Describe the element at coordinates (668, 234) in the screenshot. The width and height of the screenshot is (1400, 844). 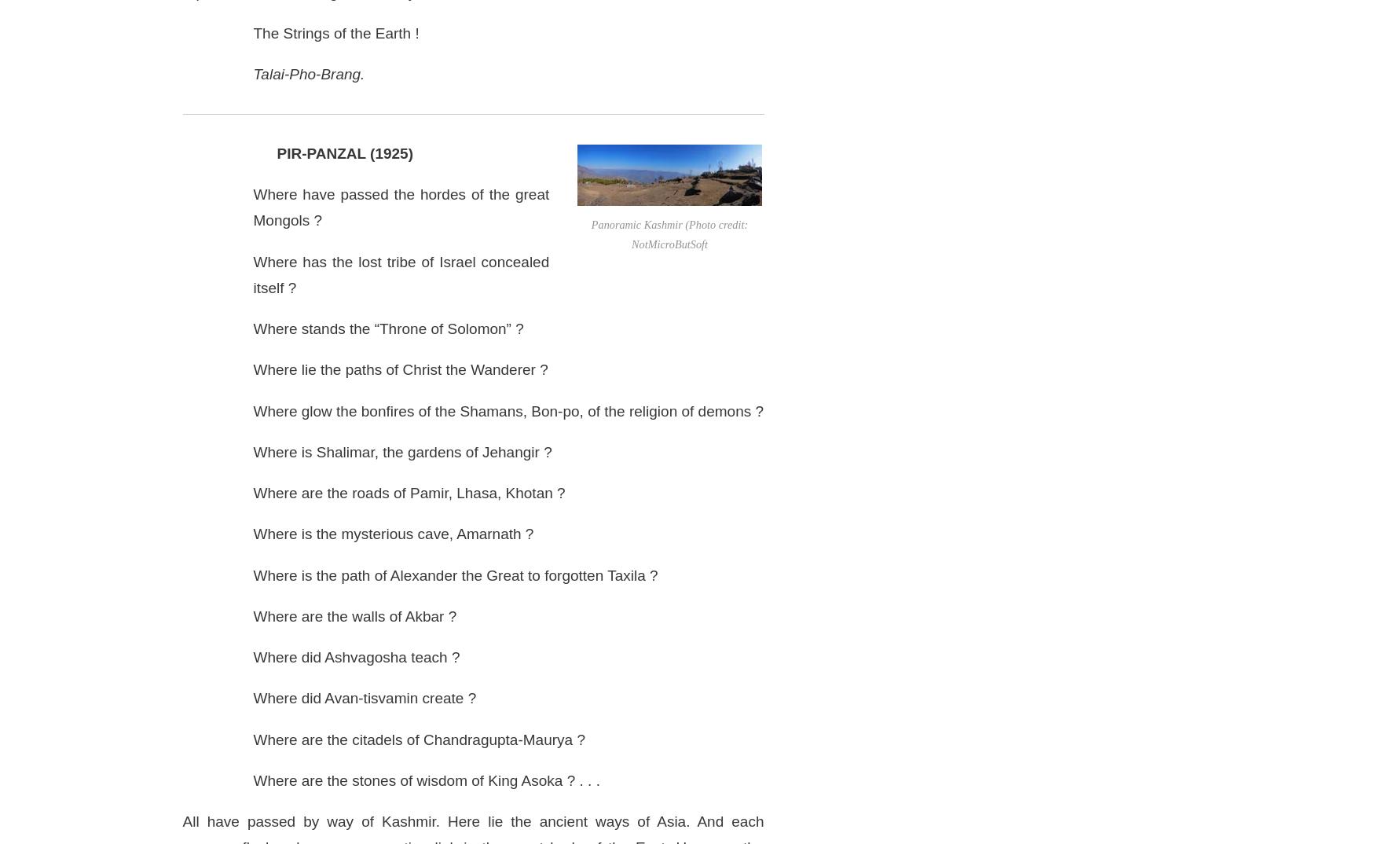
I see `'Panoramic Kashmir (Photo credit: NotMicroButSoft'` at that location.